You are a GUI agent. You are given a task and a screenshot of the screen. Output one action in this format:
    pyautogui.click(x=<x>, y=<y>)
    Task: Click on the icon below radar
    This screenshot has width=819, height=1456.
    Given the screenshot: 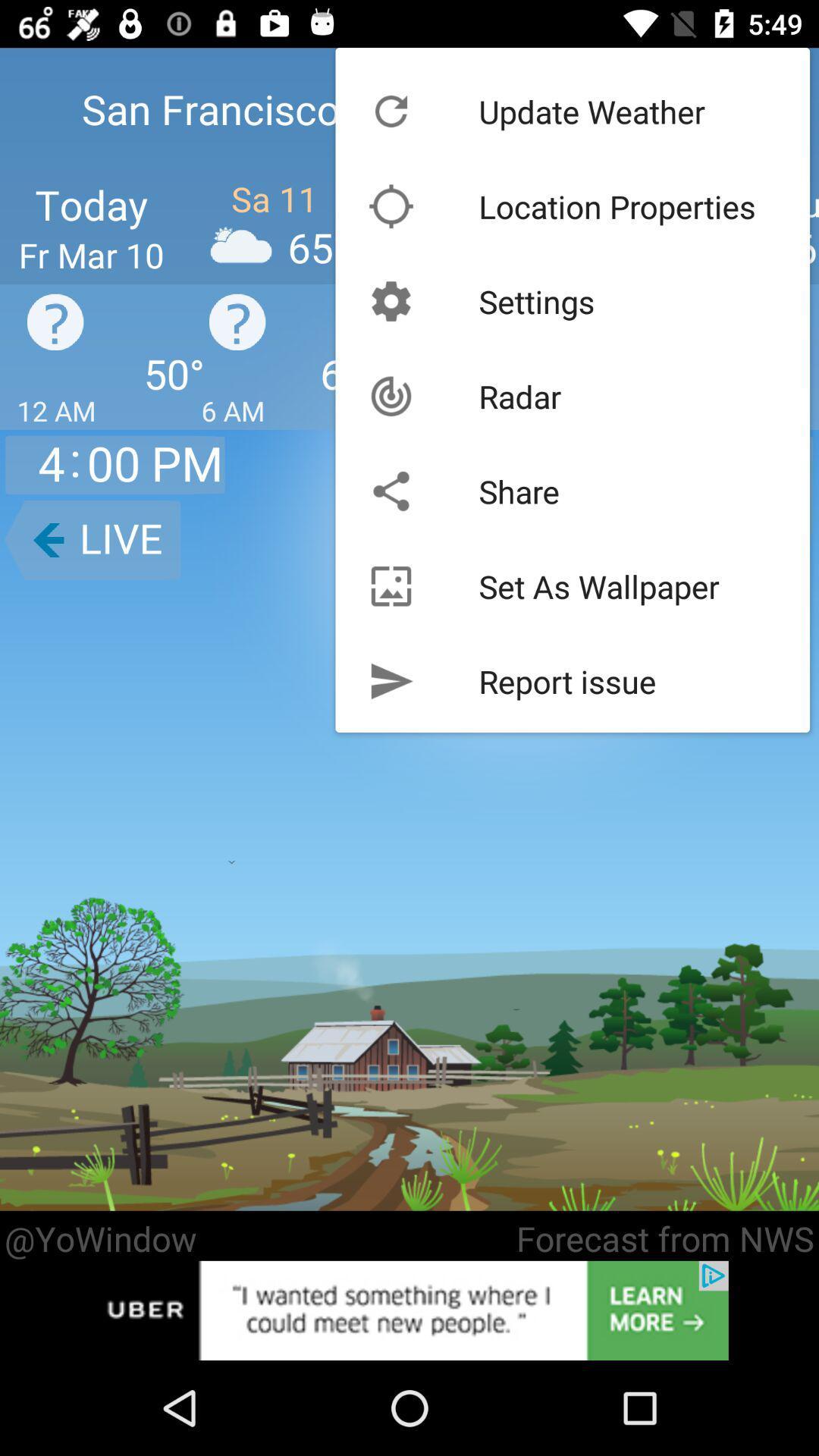 What is the action you would take?
    pyautogui.click(x=518, y=491)
    